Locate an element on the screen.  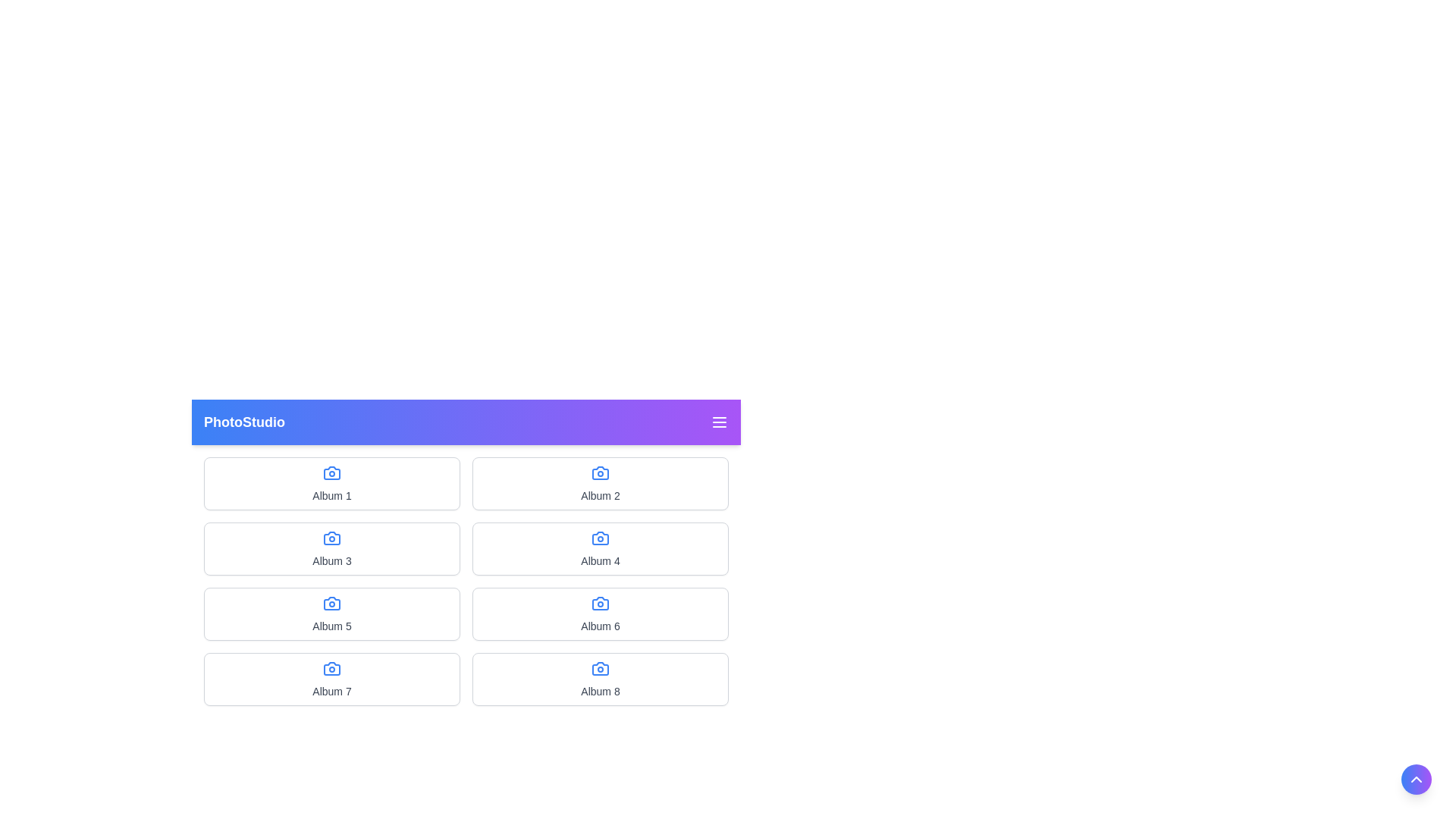
text from the text label that says 'Album 3', which is styled in a small gray font and located under a camera icon in the fourth card of the second row of the grid layout is located at coordinates (331, 561).